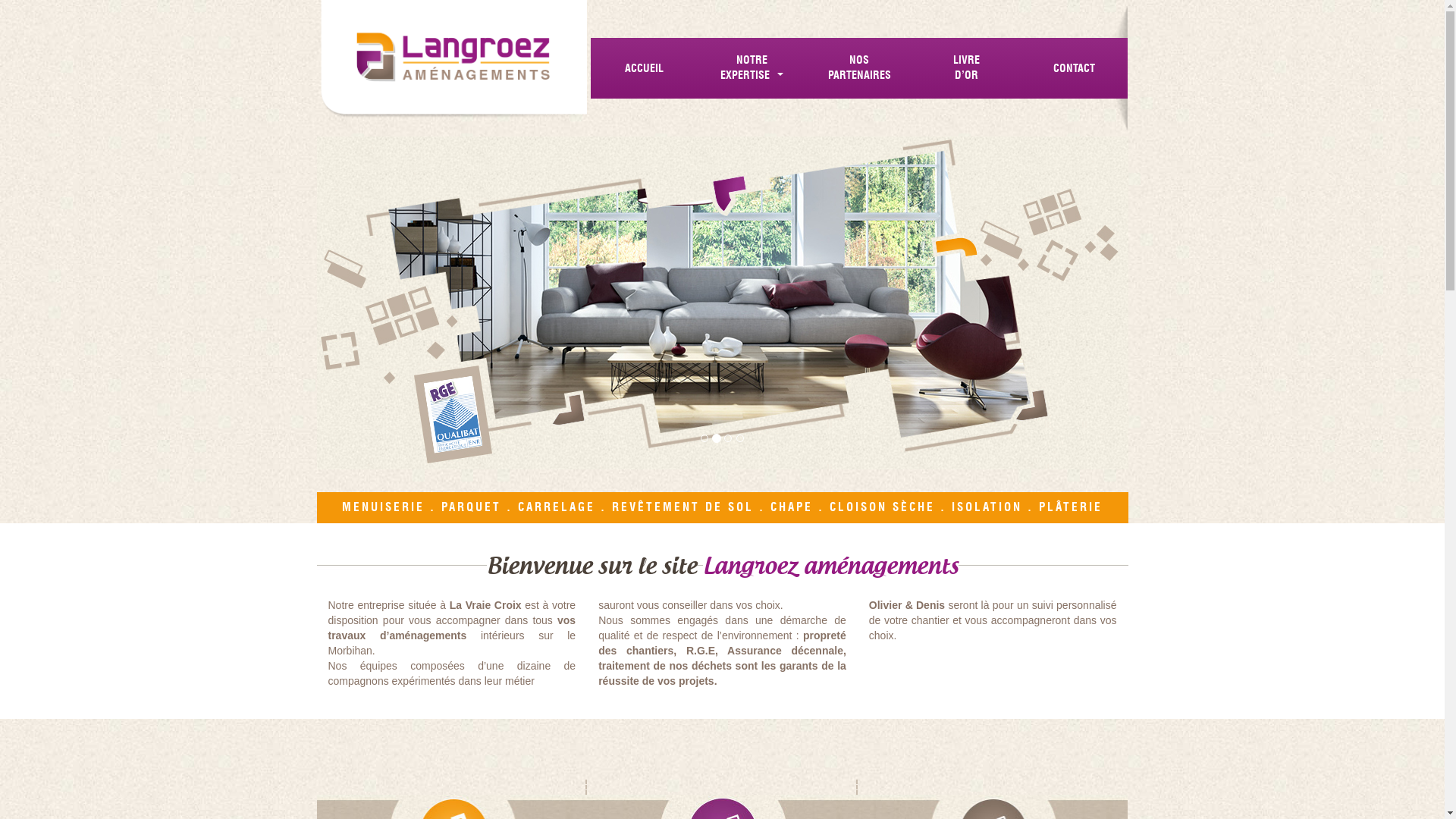 The width and height of the screenshot is (1456, 819). What do you see at coordinates (752, 67) in the screenshot?
I see `'NOTRE` at bounding box center [752, 67].